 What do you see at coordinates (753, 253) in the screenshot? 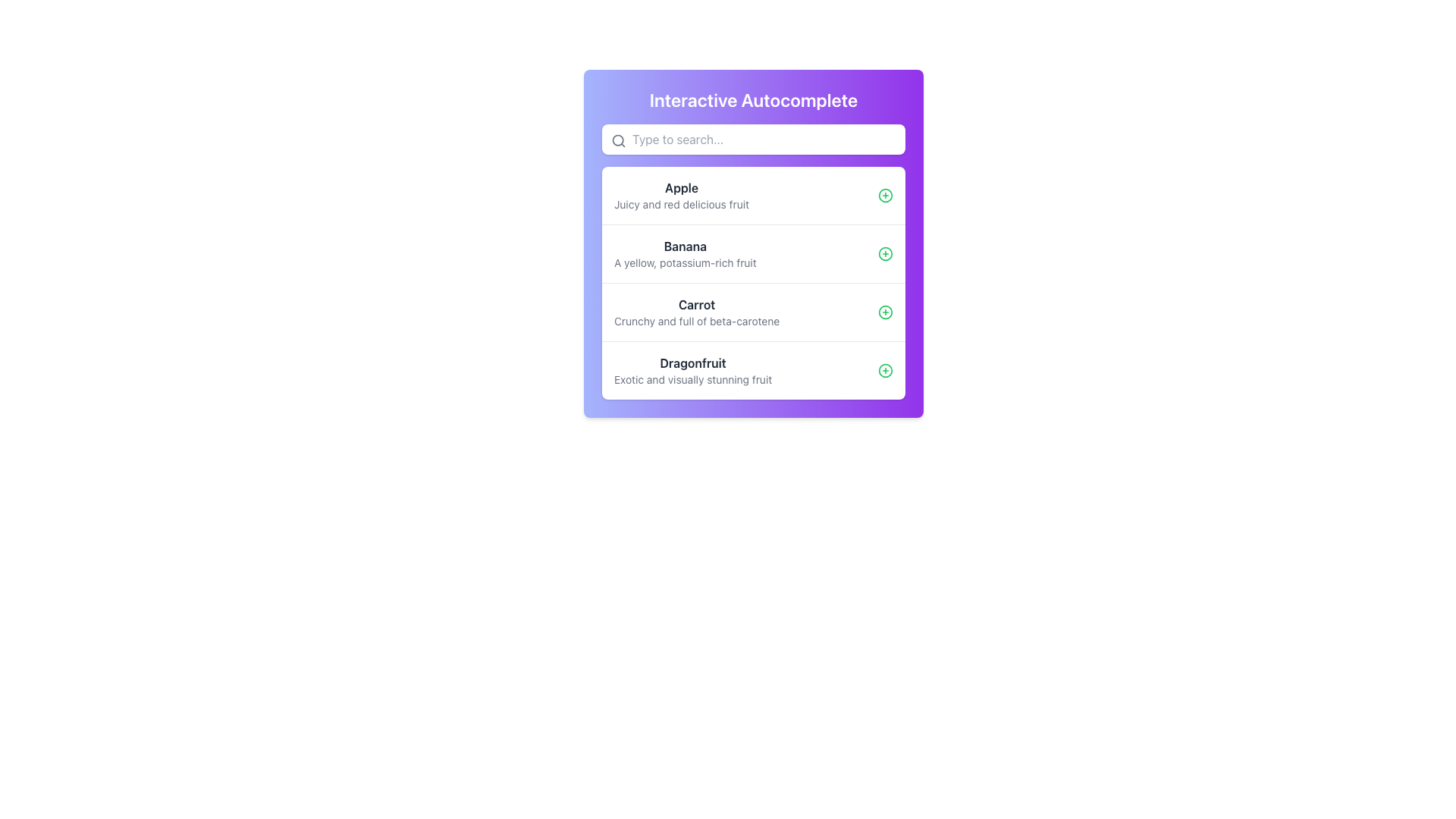
I see `the second list item in the 'Interactive Autocomplete' section, which contains a title, description, and a plus icon` at bounding box center [753, 253].